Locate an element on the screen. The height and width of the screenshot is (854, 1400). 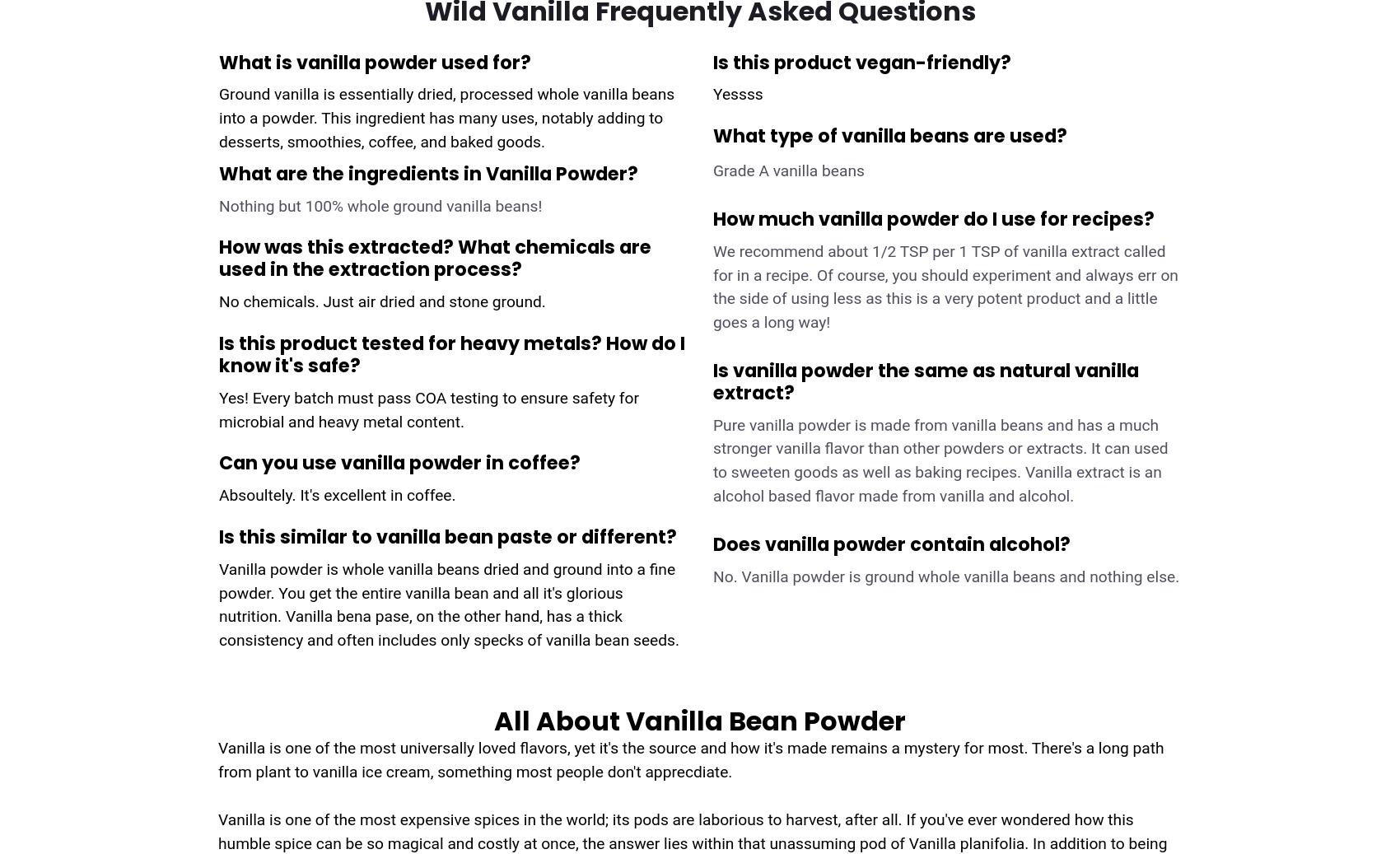
'Is this product vegan-friendly?' is located at coordinates (861, 60).